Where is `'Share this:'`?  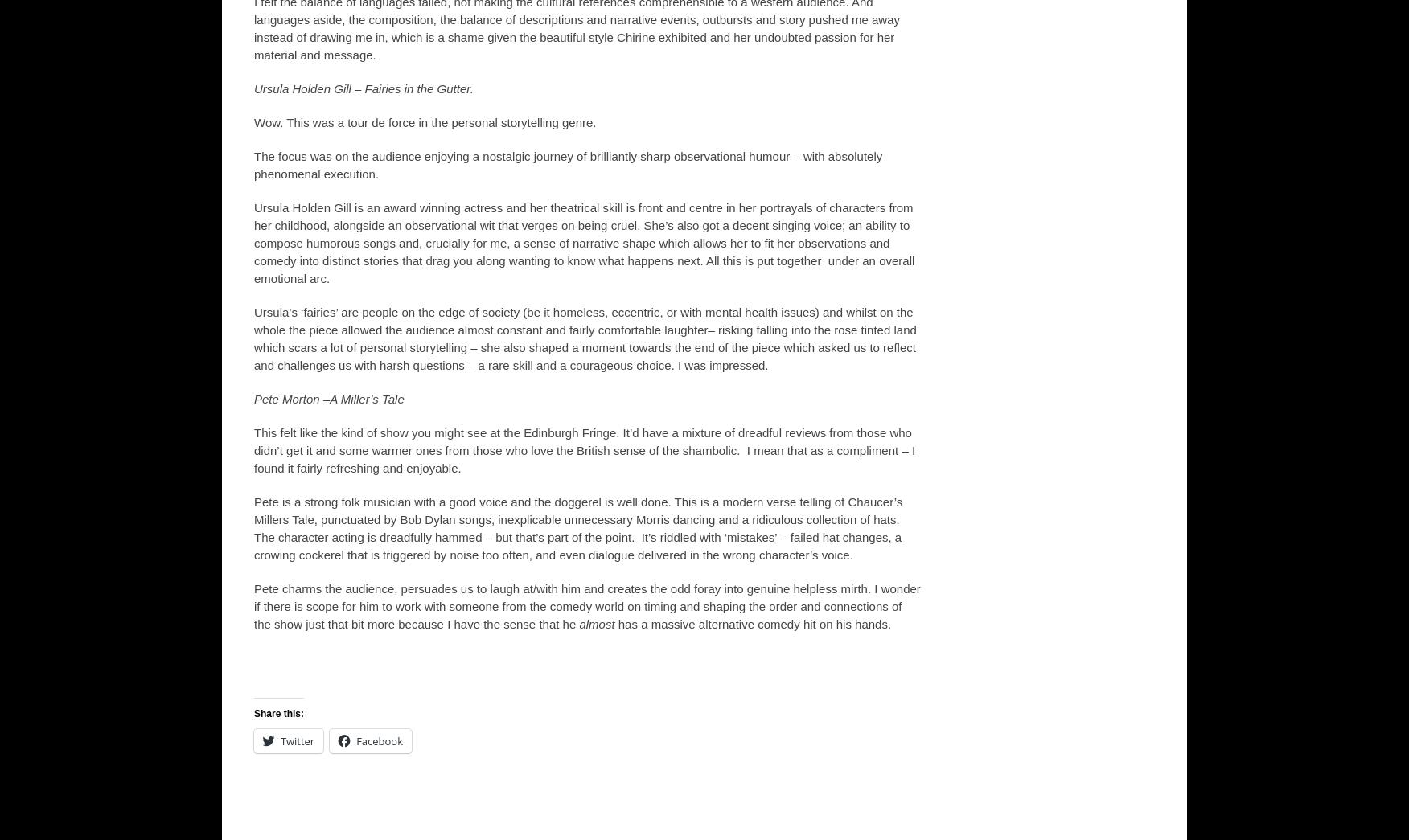 'Share this:' is located at coordinates (254, 712).